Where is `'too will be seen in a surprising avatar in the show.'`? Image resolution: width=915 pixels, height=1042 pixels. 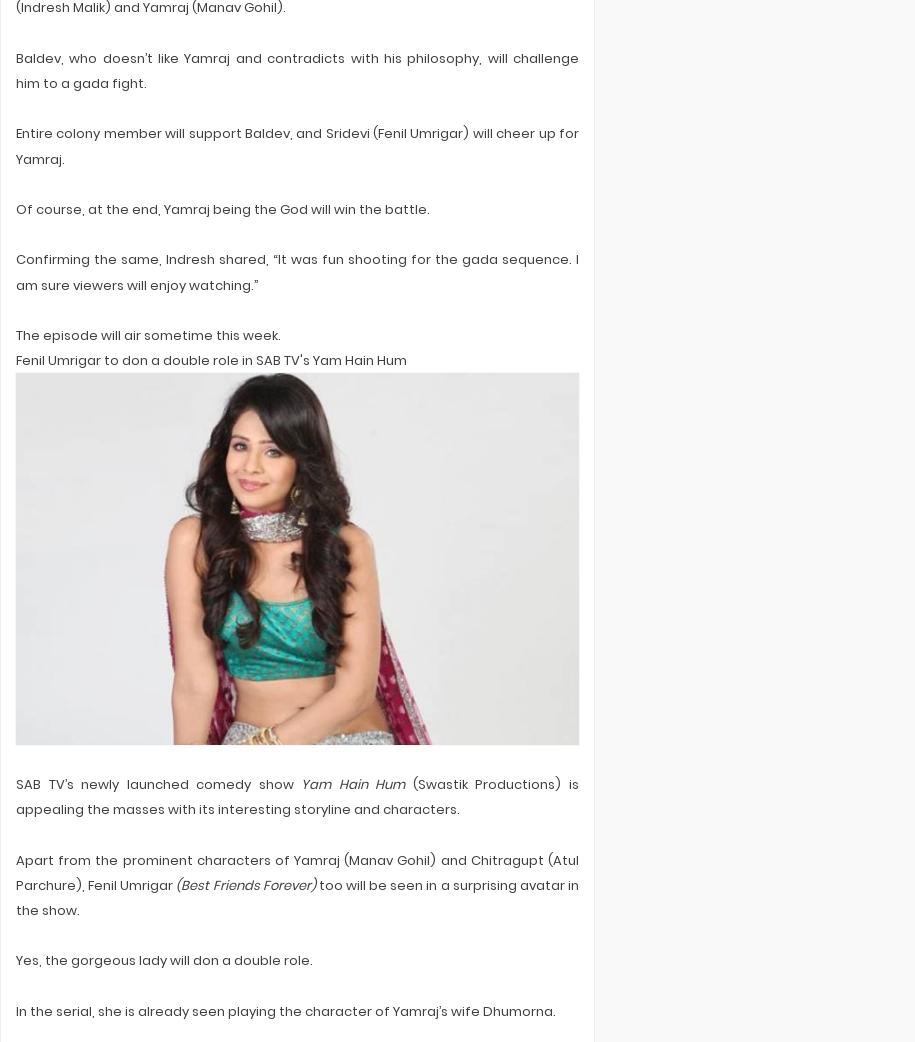 'too will be seen in a surprising avatar in the show.' is located at coordinates (16, 896).